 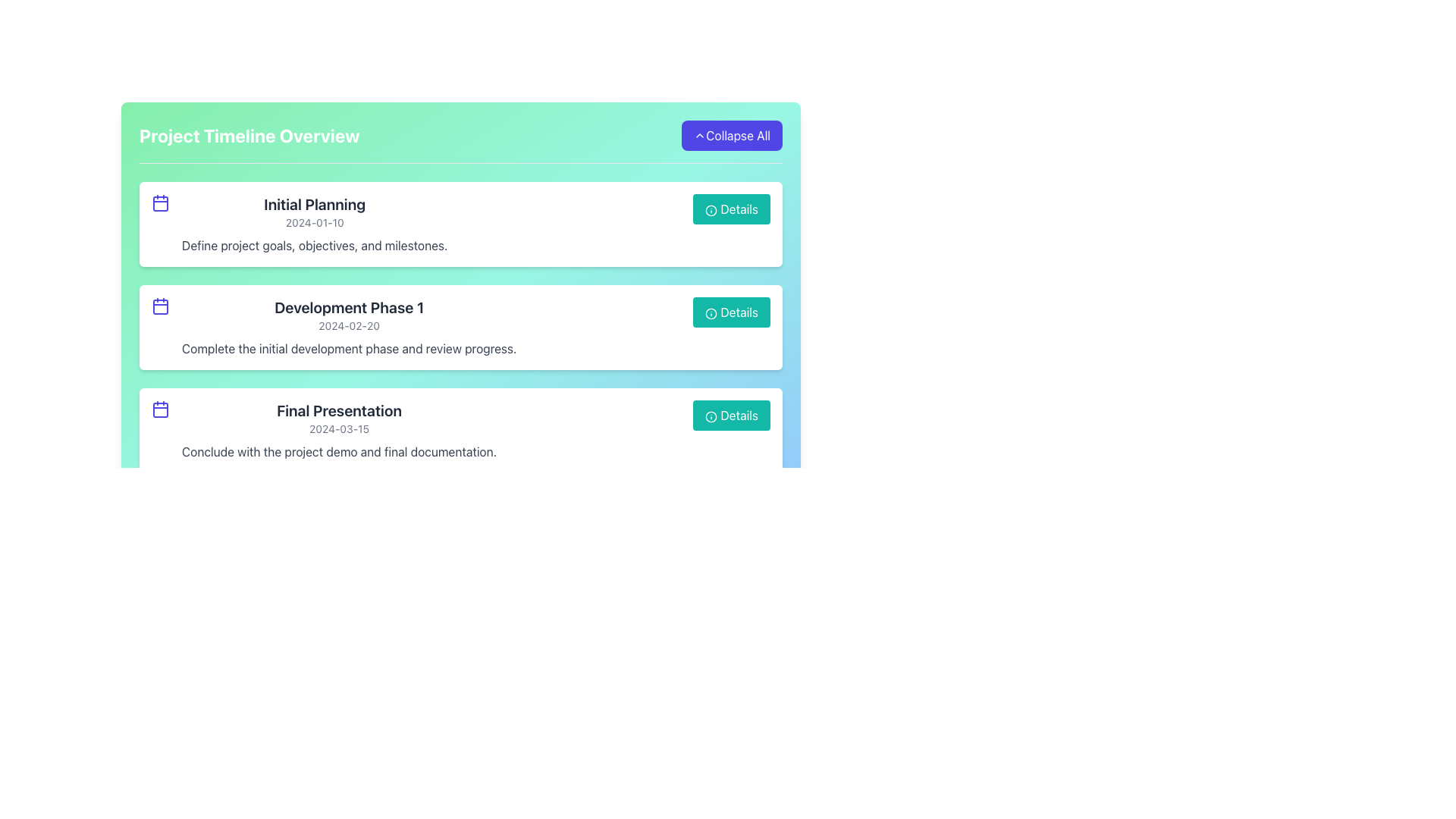 What do you see at coordinates (460, 327) in the screenshot?
I see `the timeline entry card styled with a white background and teal 'Details' button in the 'Project Timeline Overview' section for interaction` at bounding box center [460, 327].